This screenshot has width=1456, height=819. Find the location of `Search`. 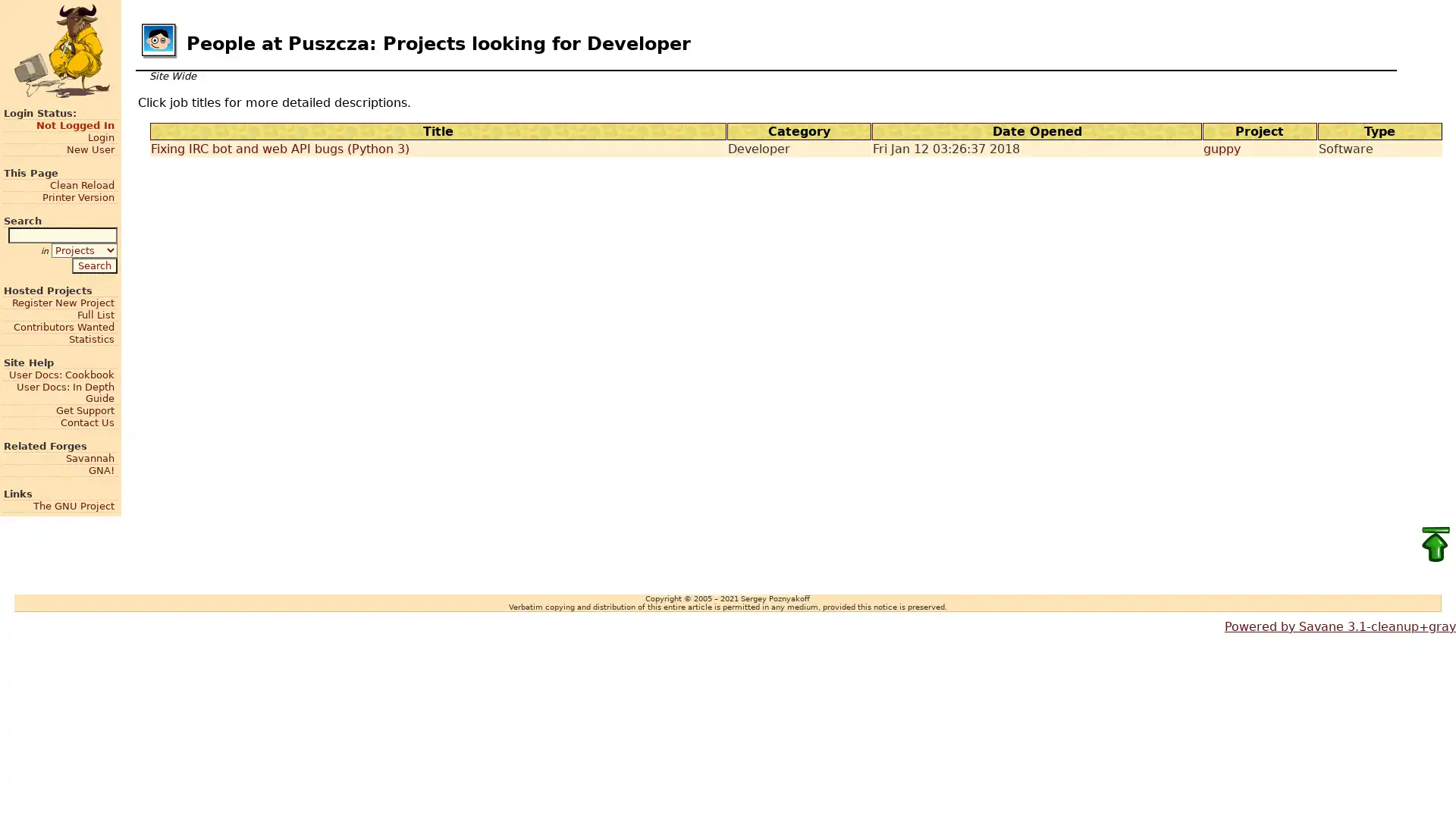

Search is located at coordinates (93, 264).